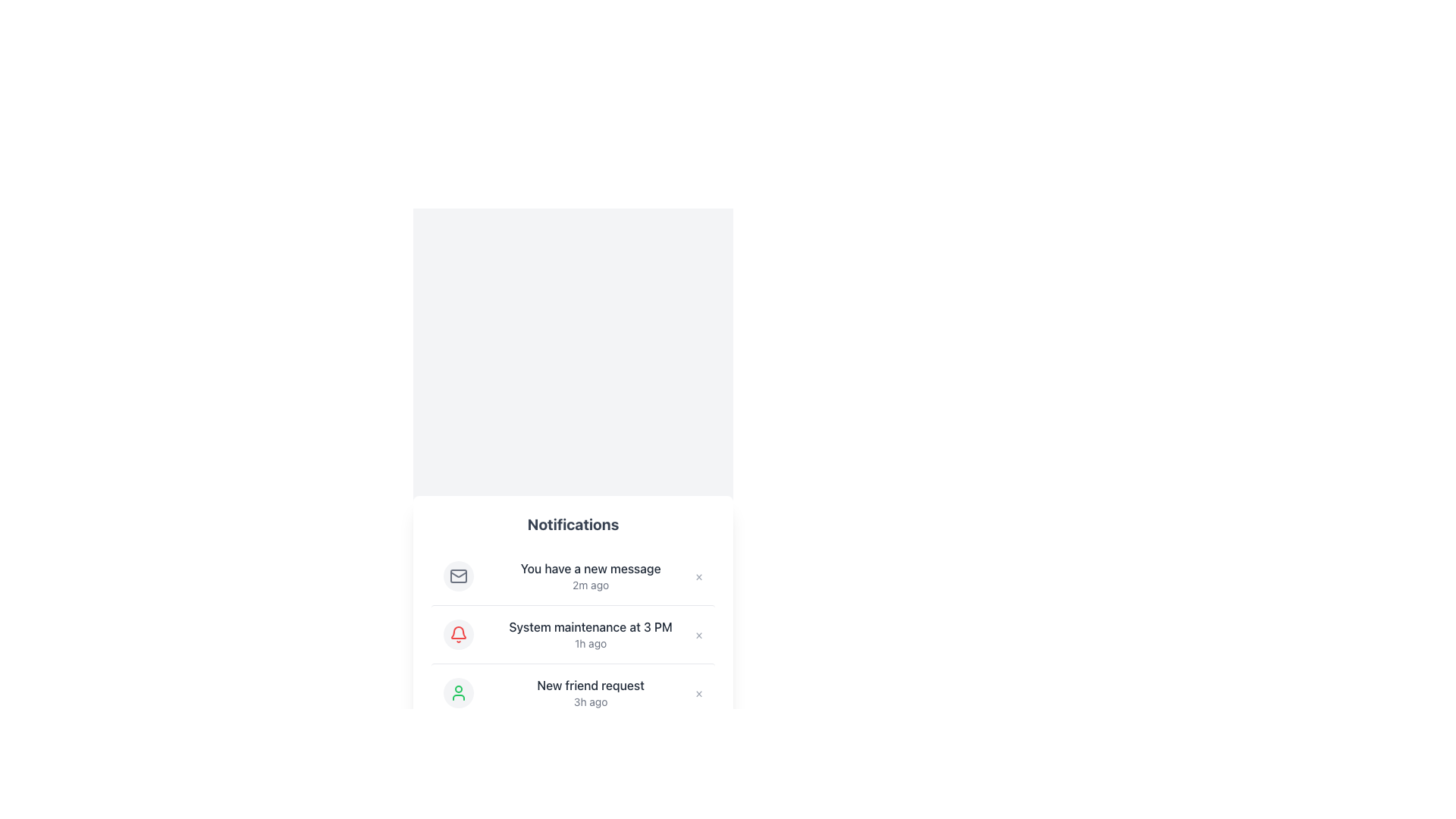  Describe the element at coordinates (590, 635) in the screenshot. I see `the text block displaying 'System maintenance at 3 PM' which is the second item in the notification list` at that location.